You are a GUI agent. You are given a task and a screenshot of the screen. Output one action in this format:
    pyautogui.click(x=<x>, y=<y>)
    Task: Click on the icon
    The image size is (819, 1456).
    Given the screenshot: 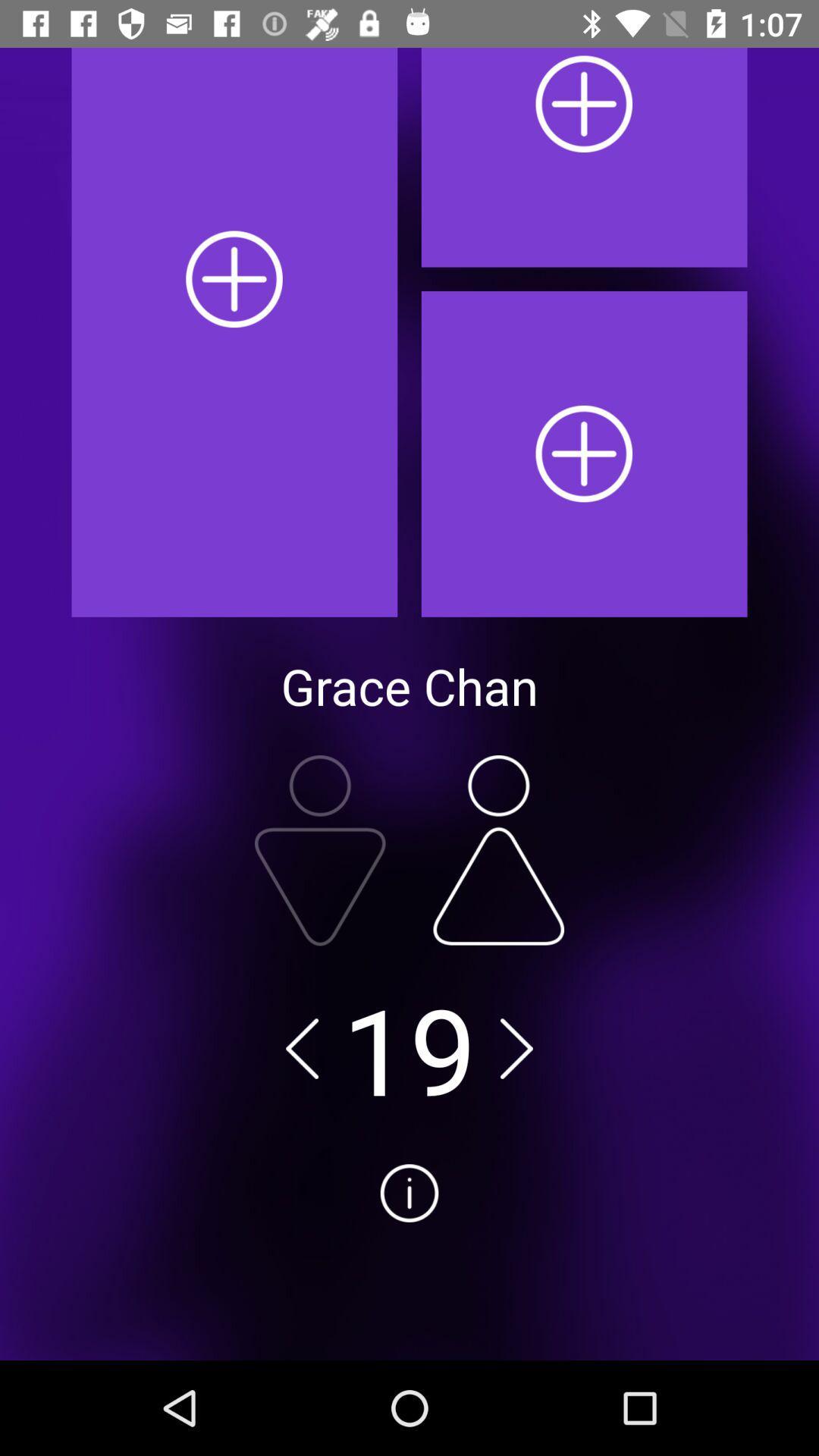 What is the action you would take?
    pyautogui.click(x=409, y=1250)
    